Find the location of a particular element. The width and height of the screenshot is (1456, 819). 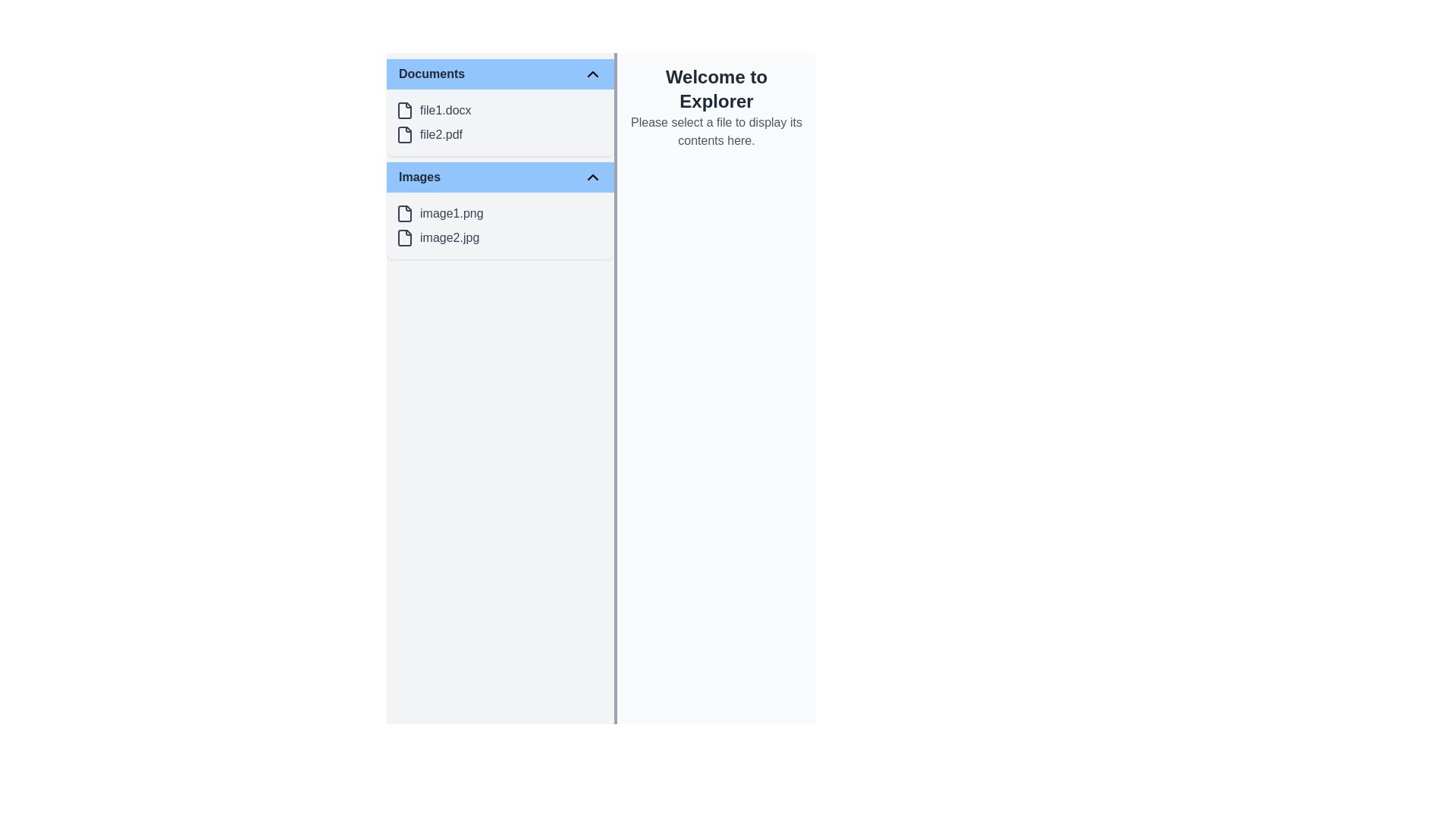

the file entry labeled 'file2.pdf' in the Documents section, which is positioned beneath 'file1.docx' and above the Images section is located at coordinates (500, 133).